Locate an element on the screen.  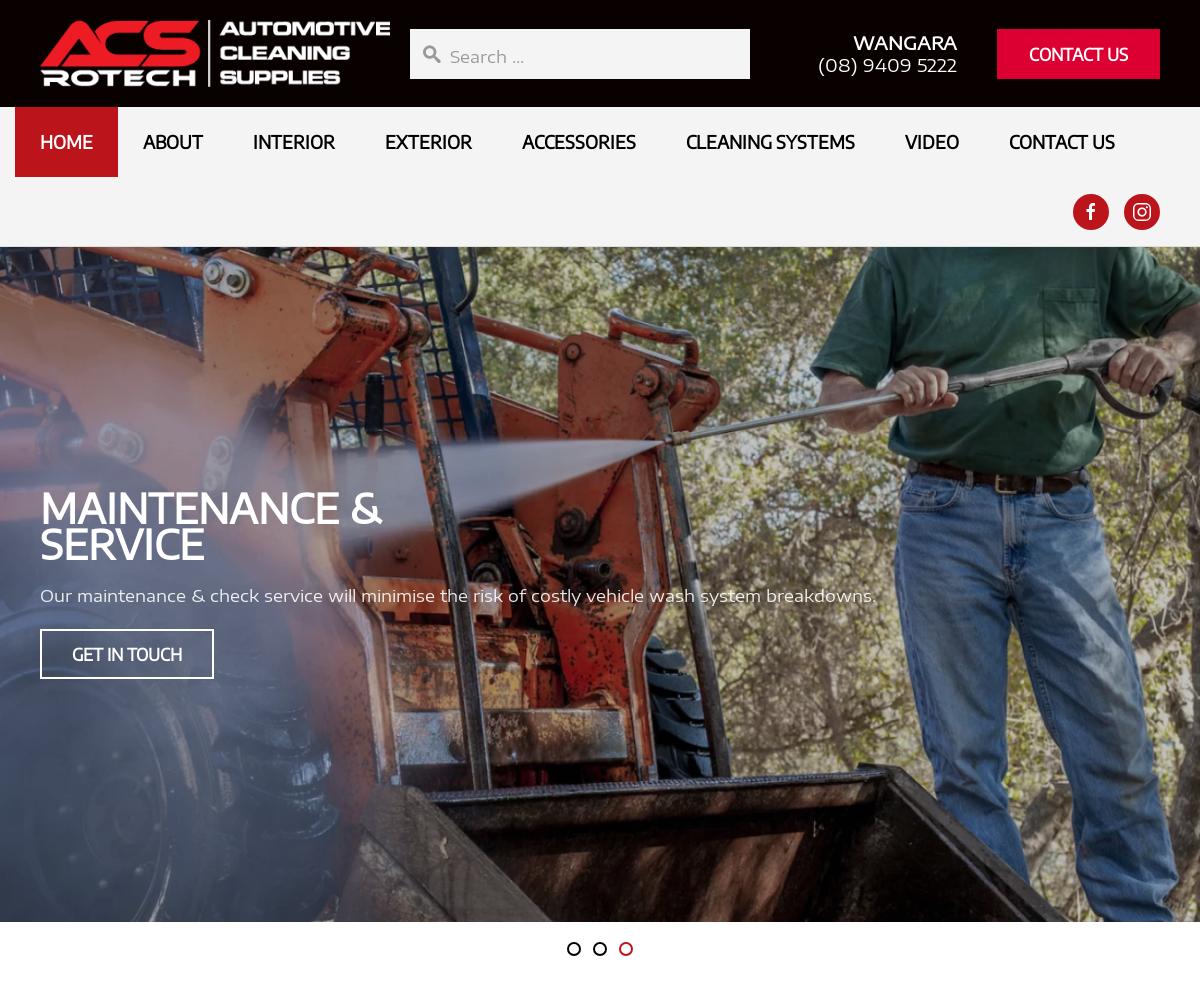
'Interior' is located at coordinates (293, 141).